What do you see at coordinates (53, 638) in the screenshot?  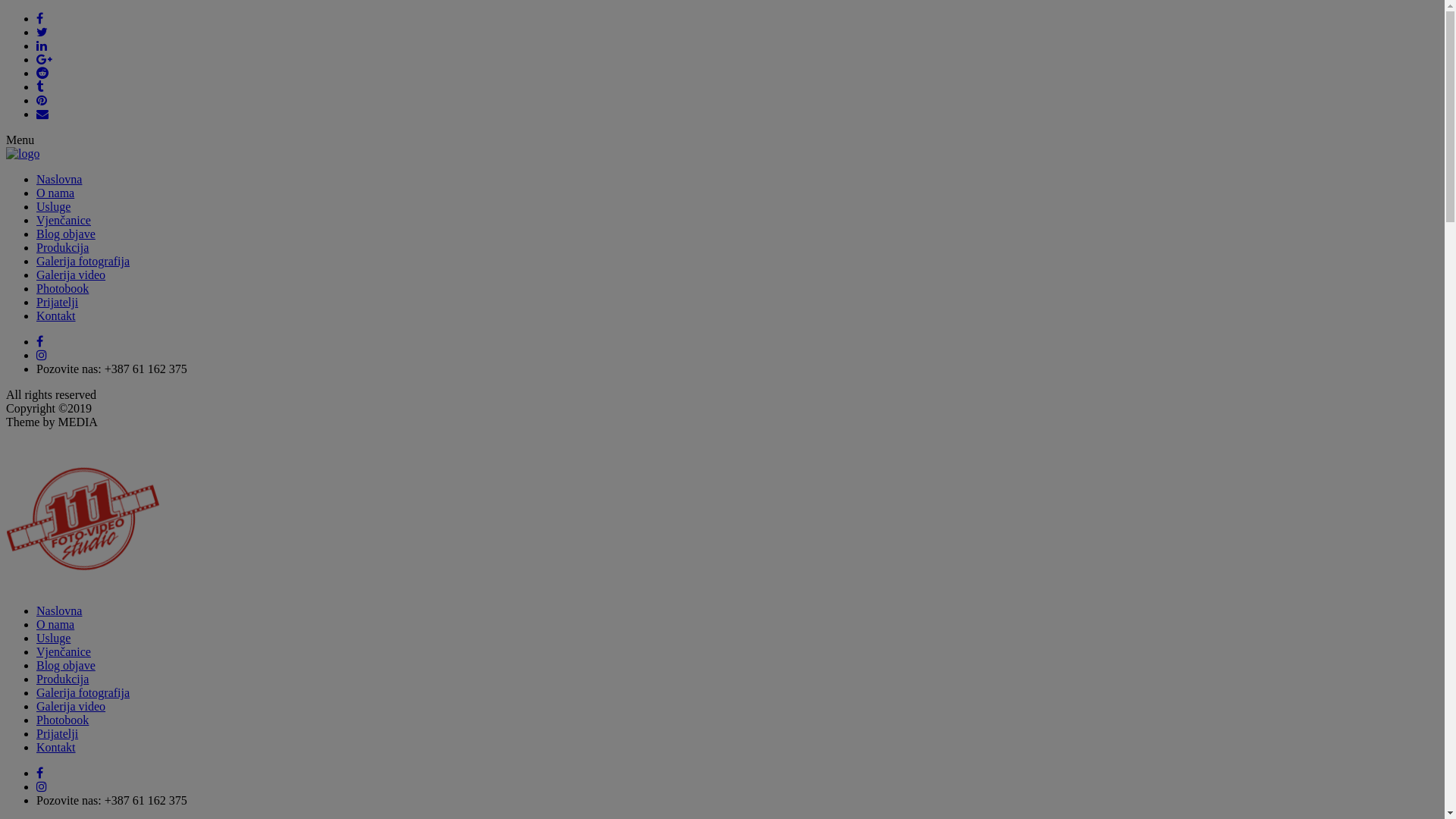 I see `'Usluge'` at bounding box center [53, 638].